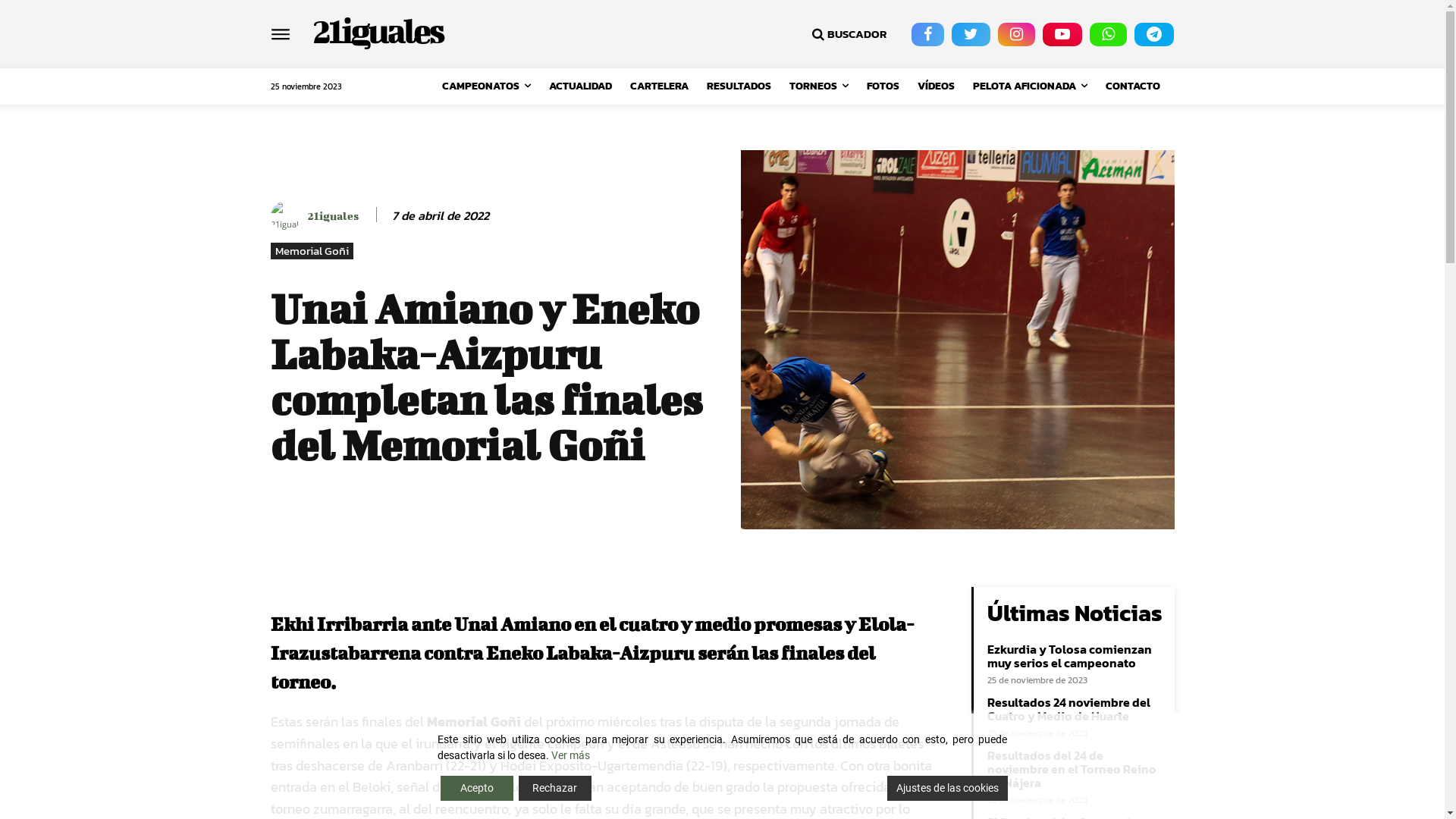 This screenshot has width=1456, height=819. Describe the element at coordinates (659, 86) in the screenshot. I see `'CARTELERA'` at that location.